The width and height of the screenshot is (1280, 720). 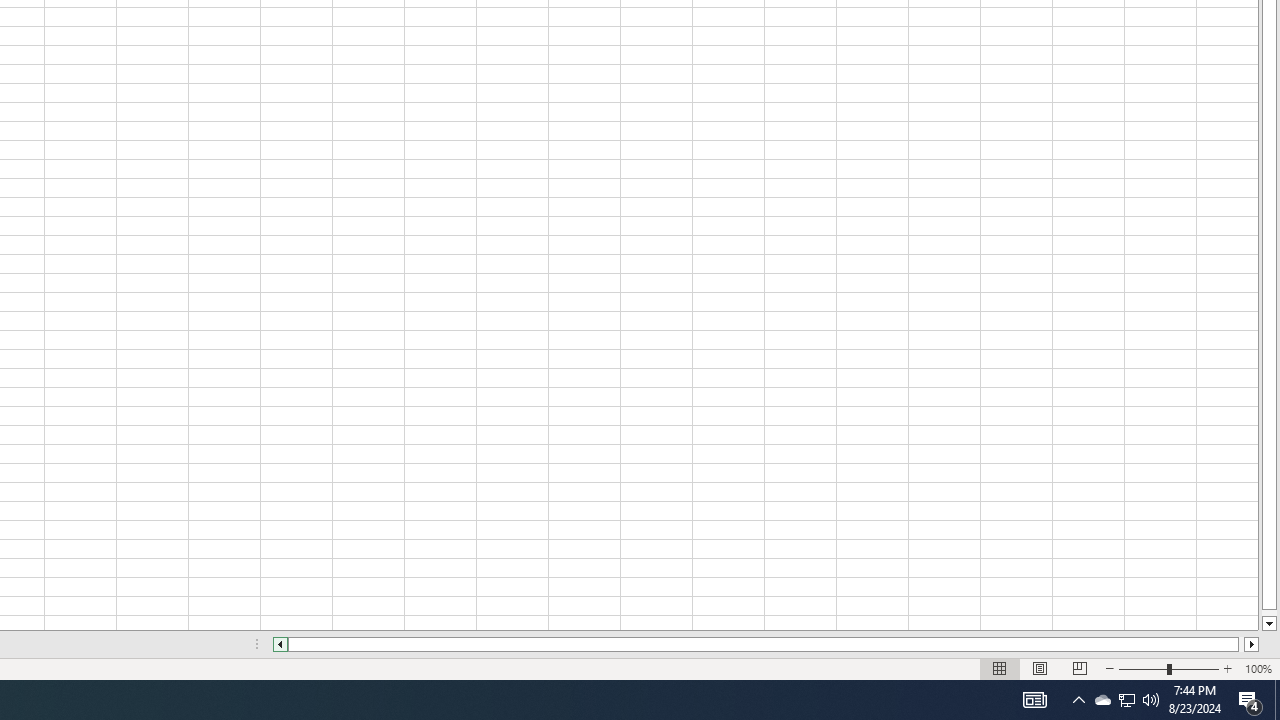 I want to click on 'Page right', so click(x=1240, y=644).